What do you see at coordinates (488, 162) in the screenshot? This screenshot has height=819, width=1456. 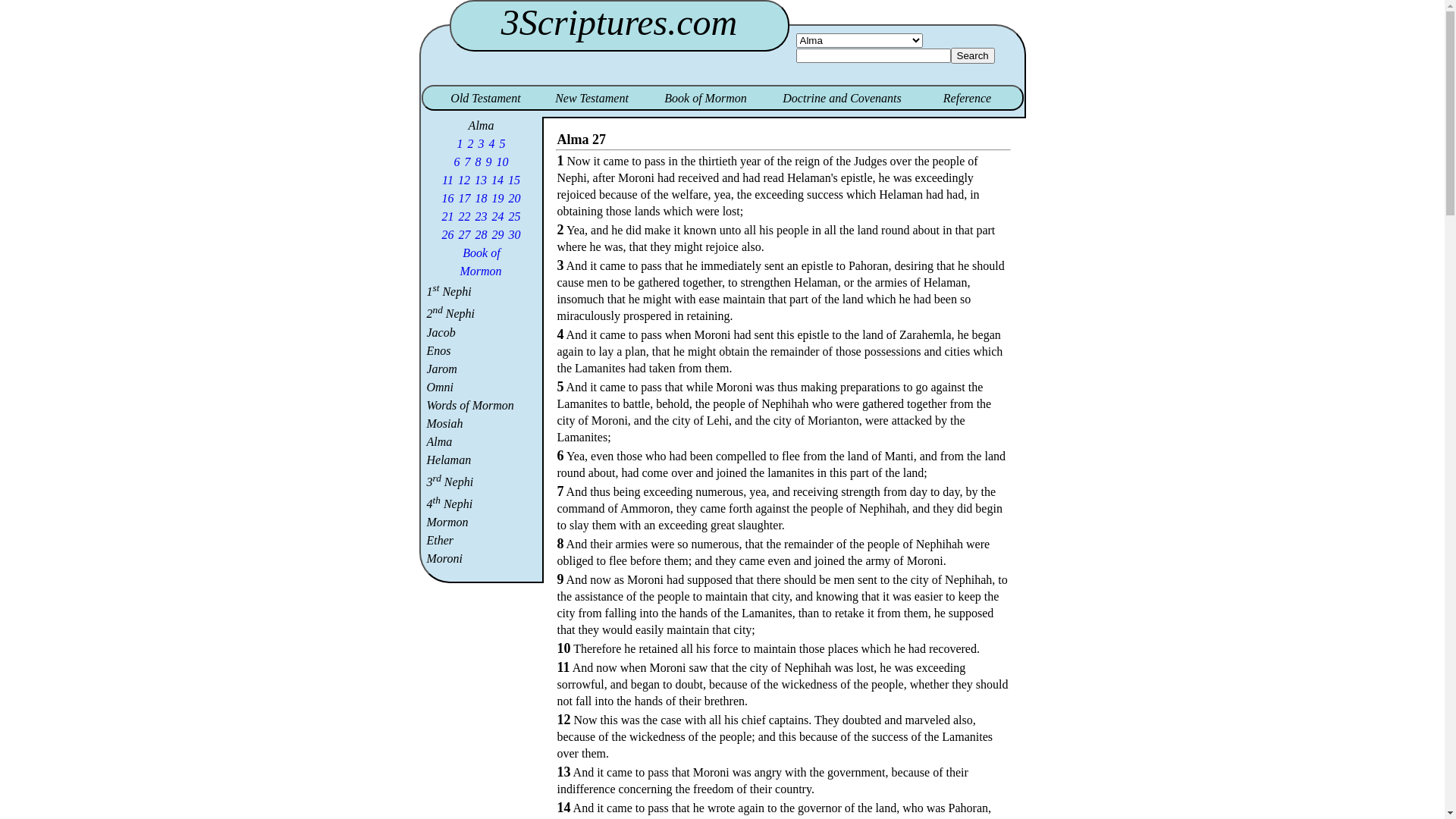 I see `'9'` at bounding box center [488, 162].